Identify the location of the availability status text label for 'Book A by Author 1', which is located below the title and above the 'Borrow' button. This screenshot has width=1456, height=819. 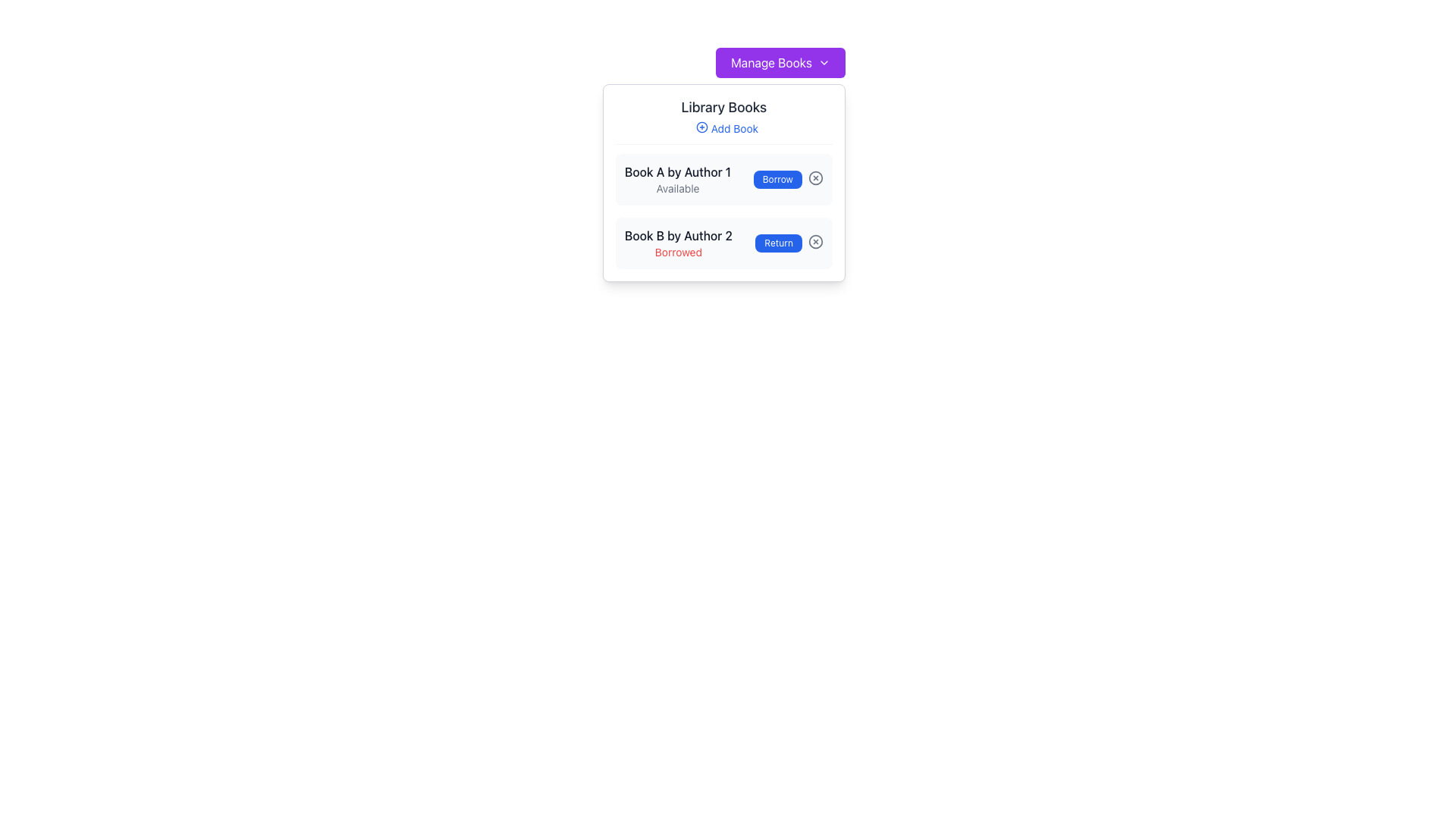
(676, 188).